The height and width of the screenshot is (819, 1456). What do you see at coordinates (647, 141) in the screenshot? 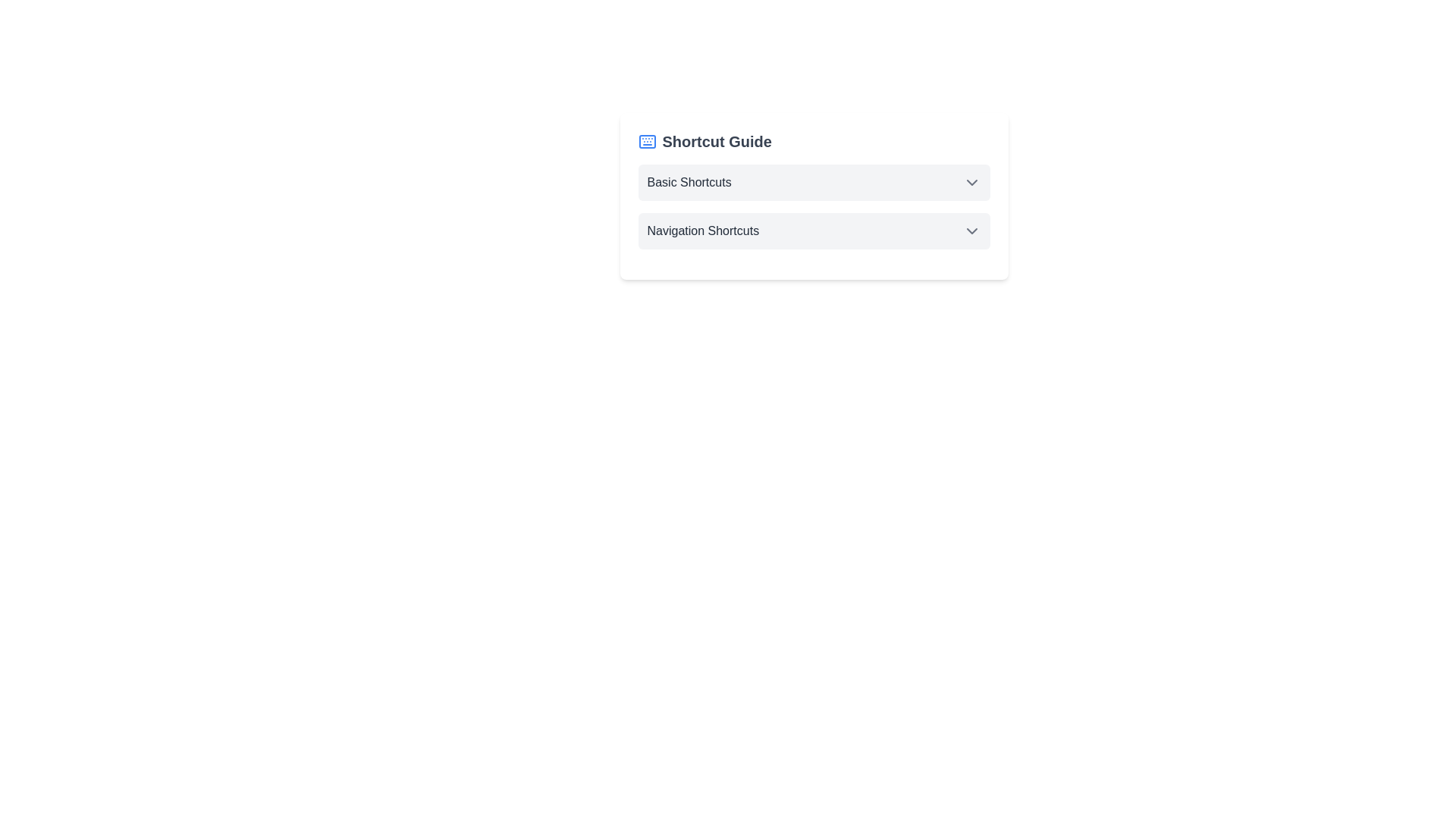
I see `the blue rounded rectangle located near the header title 'Shortcut Guide' in the icon area of the guide modal` at bounding box center [647, 141].